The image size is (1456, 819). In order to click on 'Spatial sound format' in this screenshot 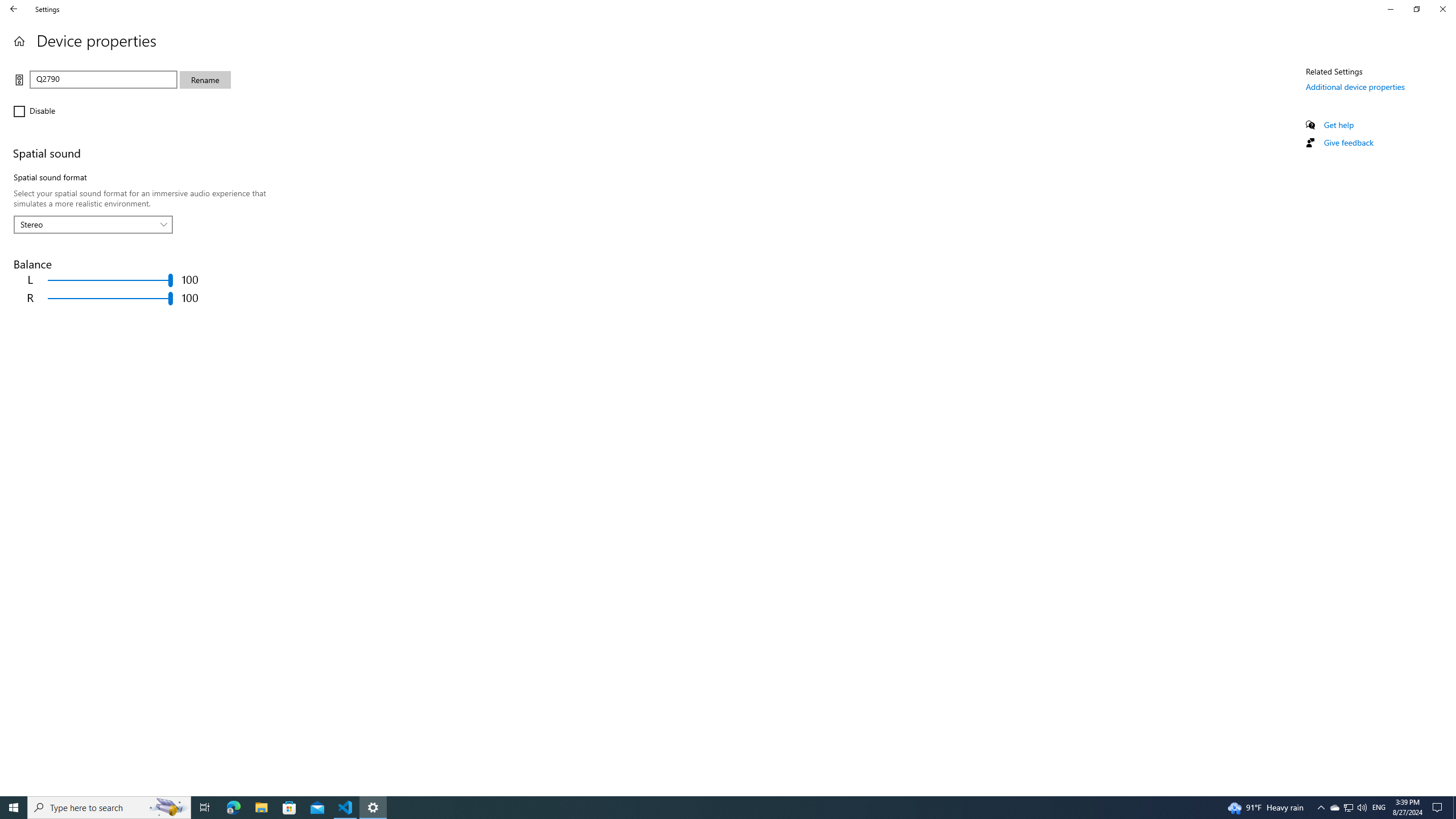, I will do `click(93, 224)`.